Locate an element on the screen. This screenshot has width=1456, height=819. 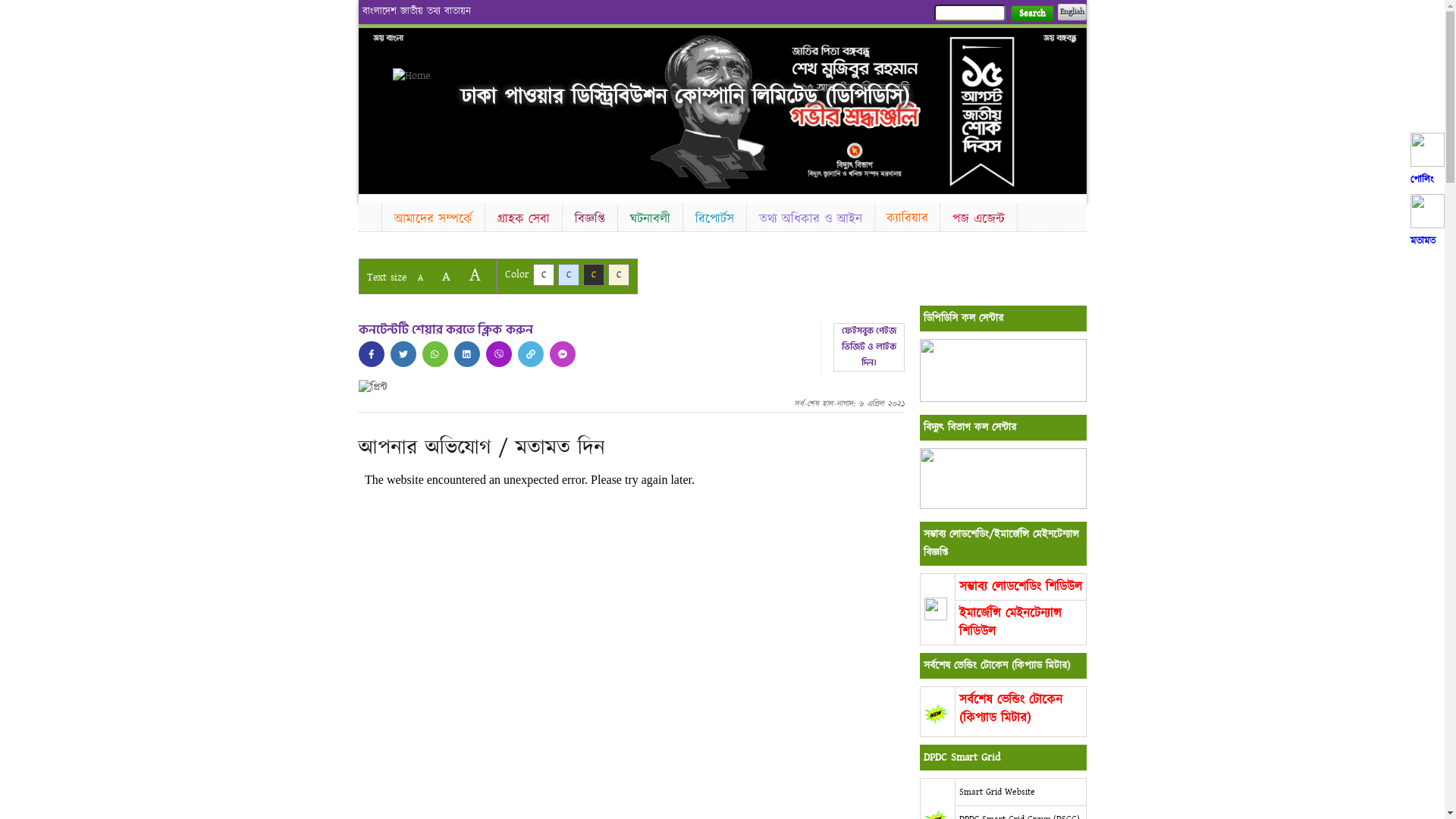
'A' is located at coordinates (444, 276).